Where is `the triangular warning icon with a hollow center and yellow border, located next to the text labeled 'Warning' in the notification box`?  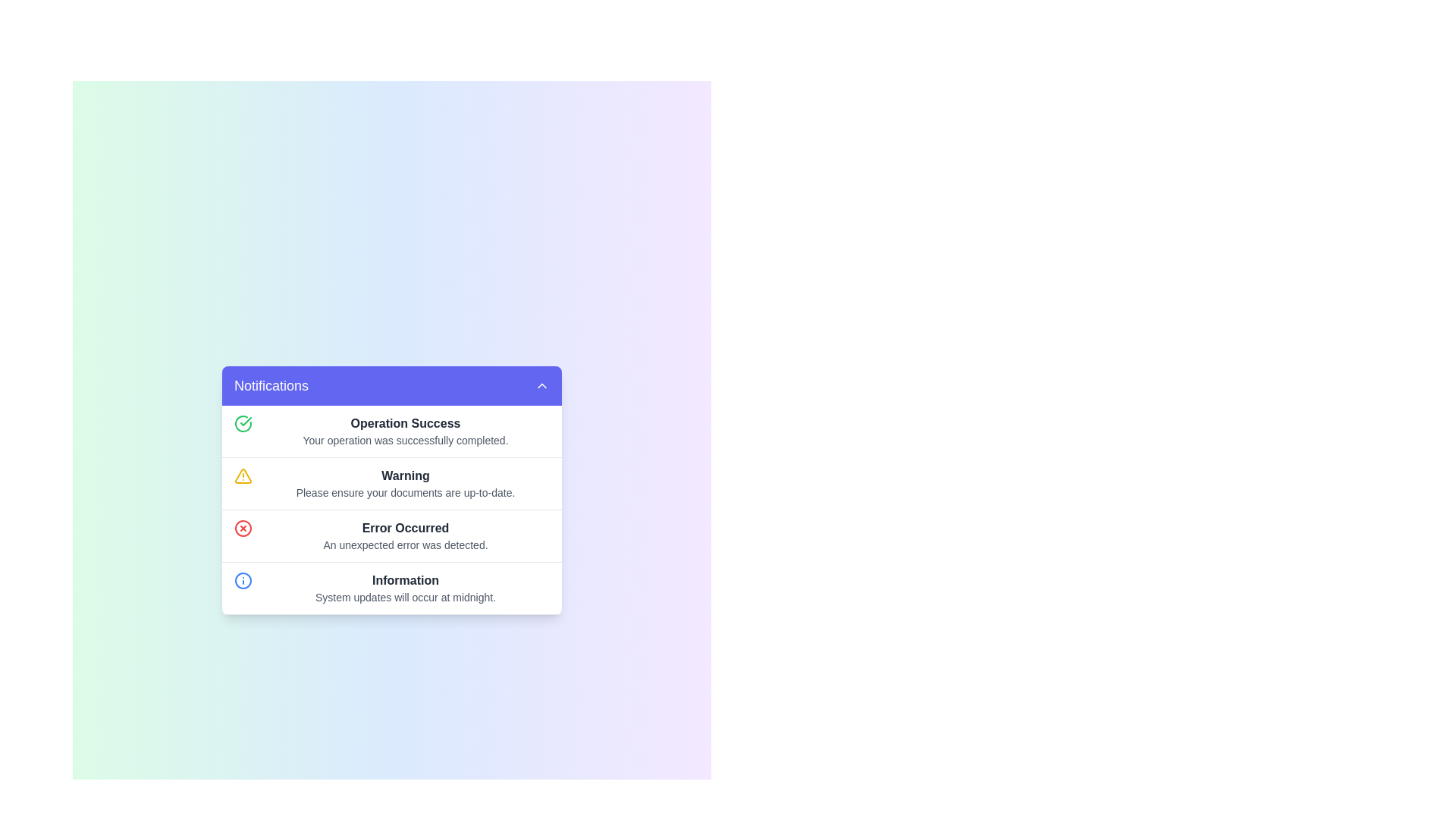 the triangular warning icon with a hollow center and yellow border, located next to the text labeled 'Warning' in the notification box is located at coordinates (243, 475).